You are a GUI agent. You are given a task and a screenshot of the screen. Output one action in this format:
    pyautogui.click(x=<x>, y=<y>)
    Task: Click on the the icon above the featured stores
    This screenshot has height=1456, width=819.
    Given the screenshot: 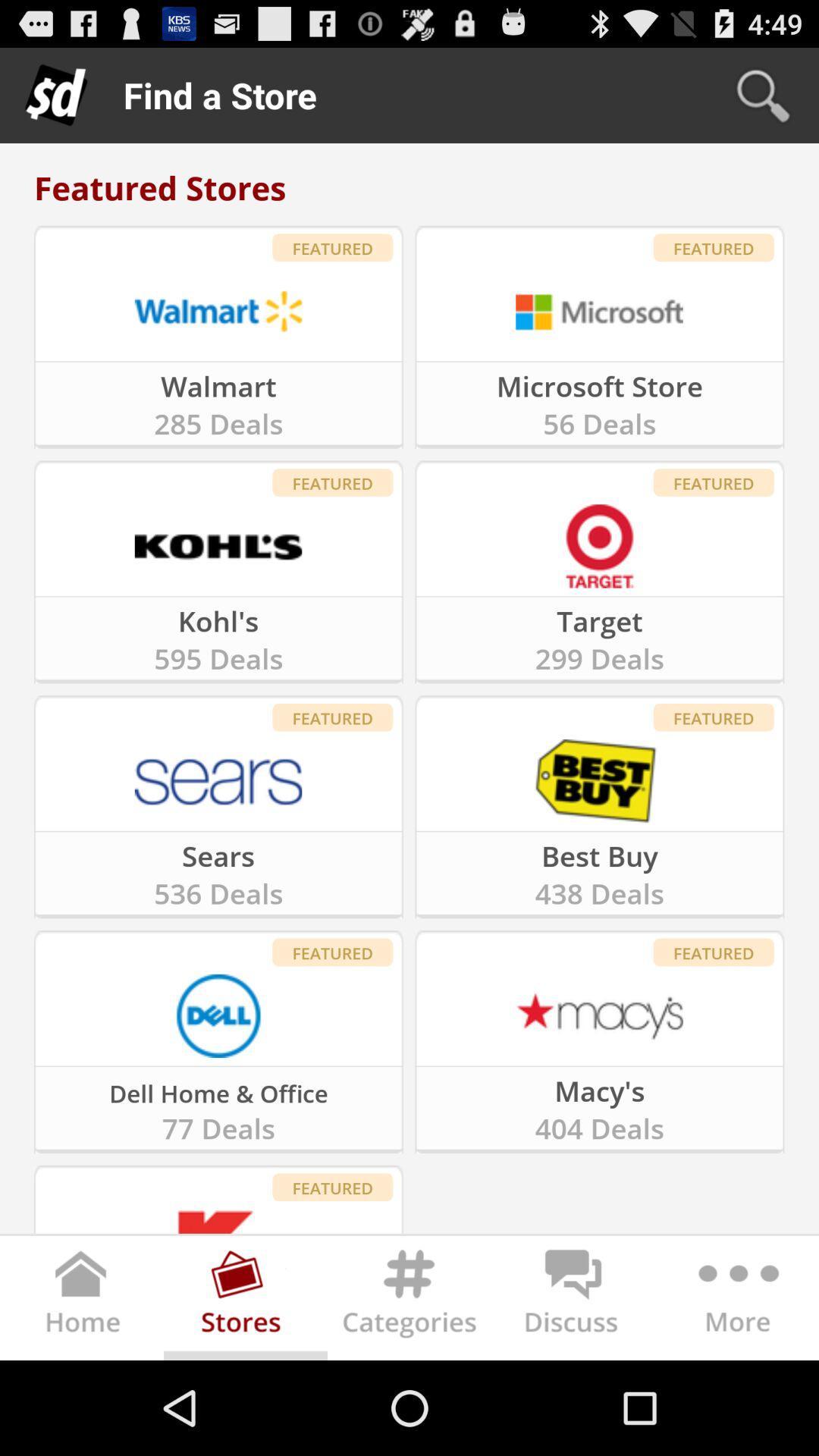 What is the action you would take?
    pyautogui.click(x=763, y=94)
    